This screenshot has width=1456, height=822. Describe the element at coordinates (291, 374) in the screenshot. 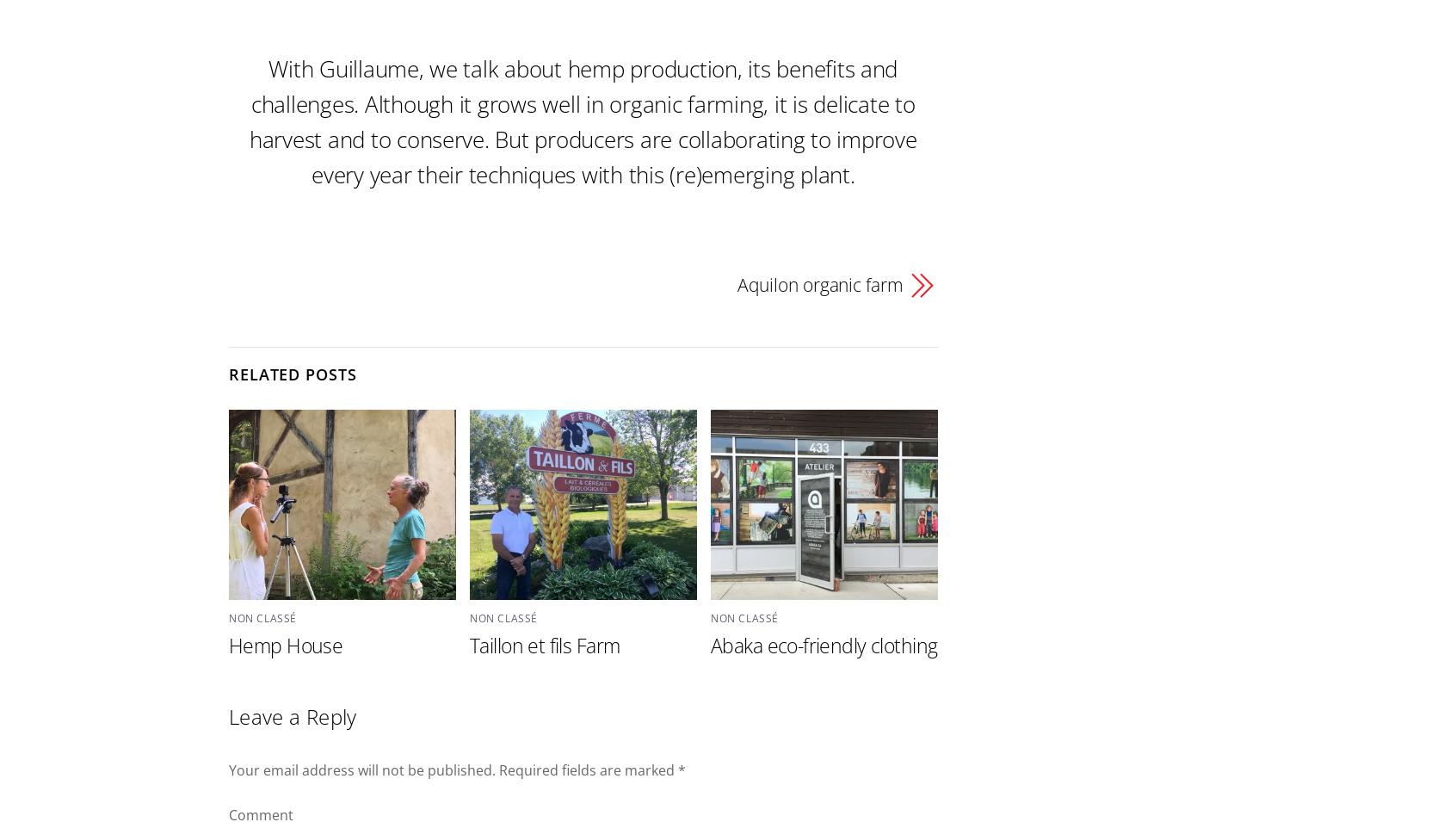

I see `'Related Posts'` at that location.